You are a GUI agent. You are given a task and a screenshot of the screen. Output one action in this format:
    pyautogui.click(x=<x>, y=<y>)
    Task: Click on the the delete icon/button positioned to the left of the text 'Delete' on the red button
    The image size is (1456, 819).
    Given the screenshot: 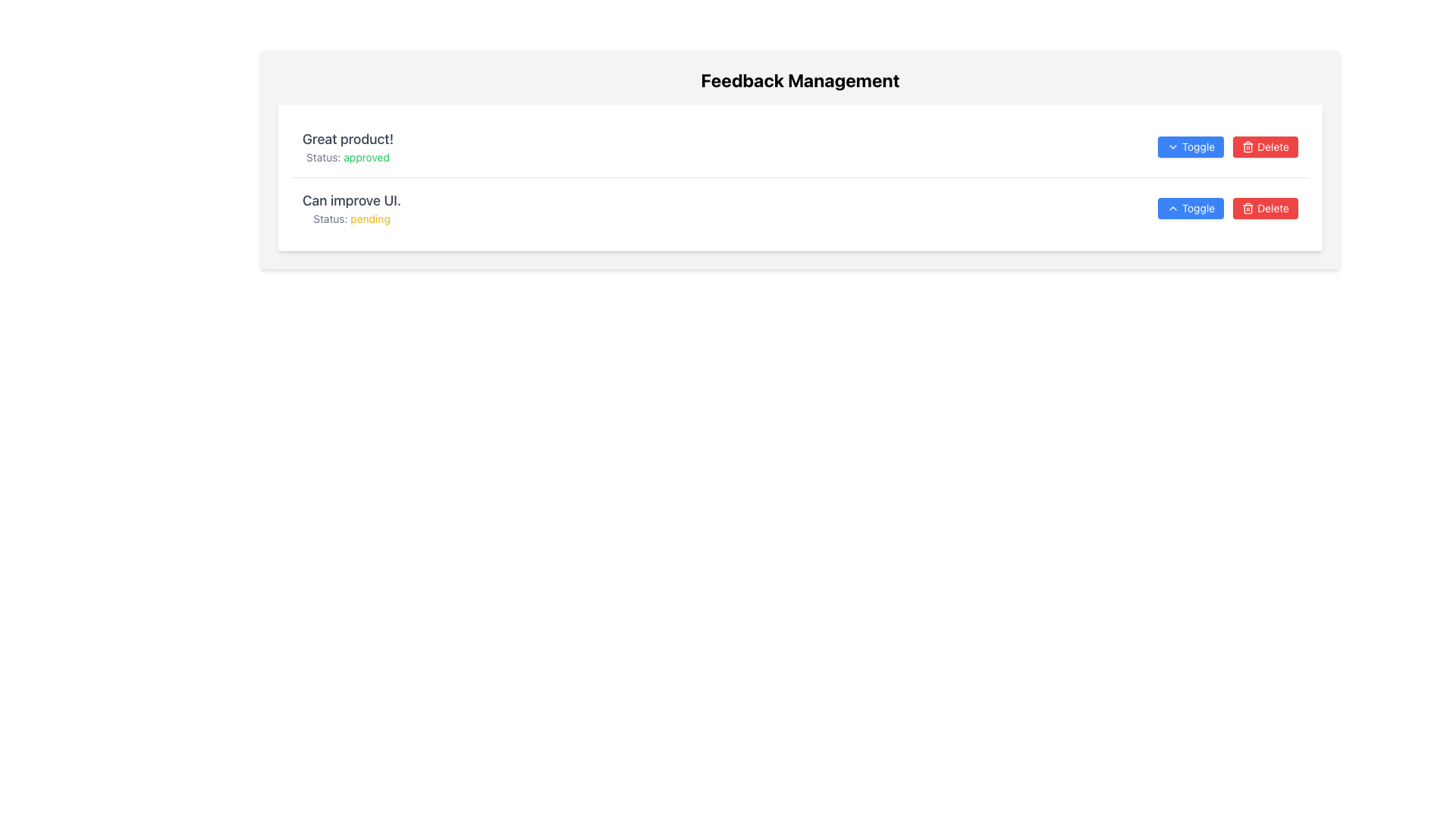 What is the action you would take?
    pyautogui.click(x=1248, y=208)
    